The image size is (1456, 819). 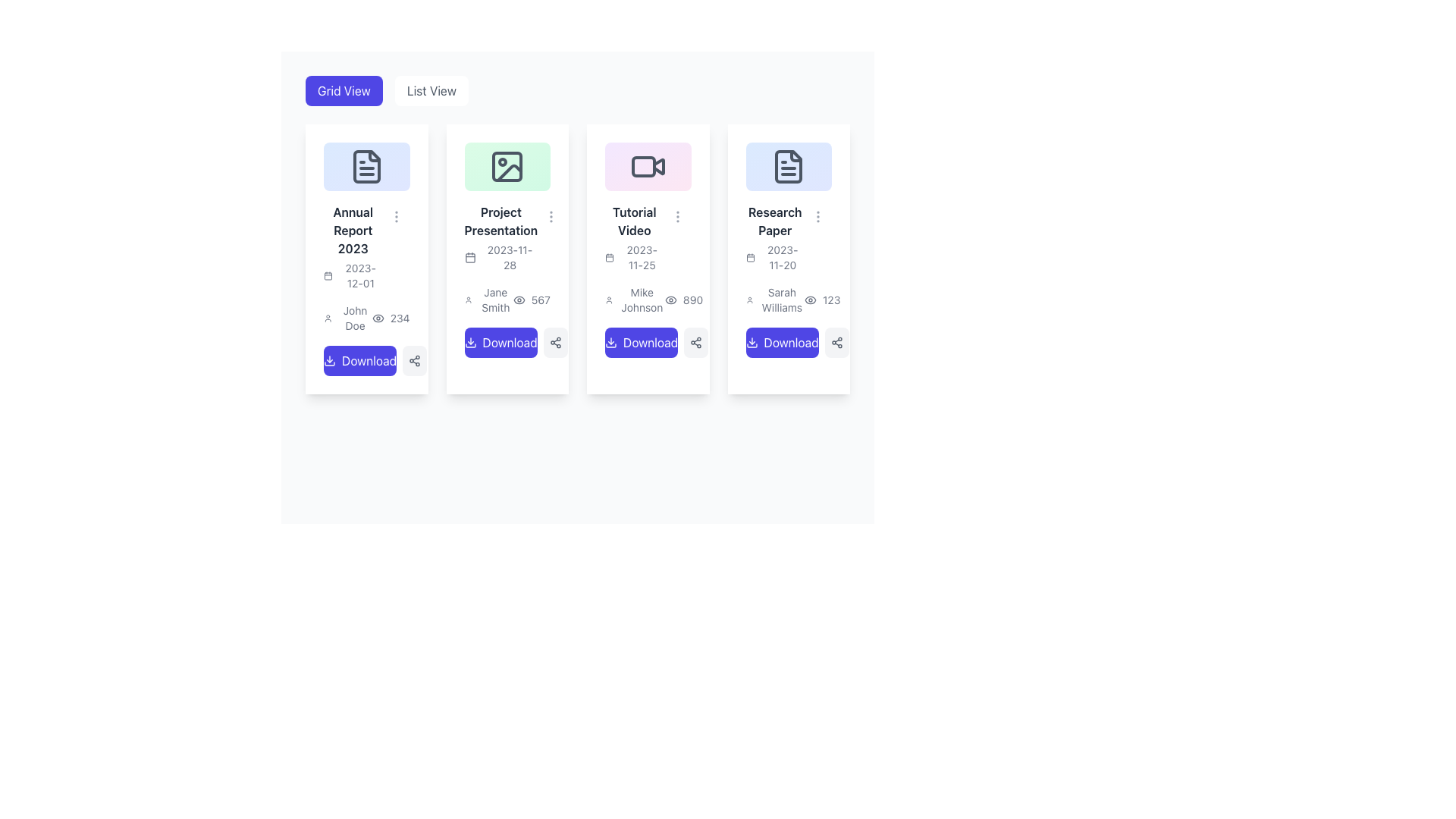 I want to click on the menu trigger button located in the top-right region of the 'Tutorial Video' card, next to the card title, so click(x=676, y=216).